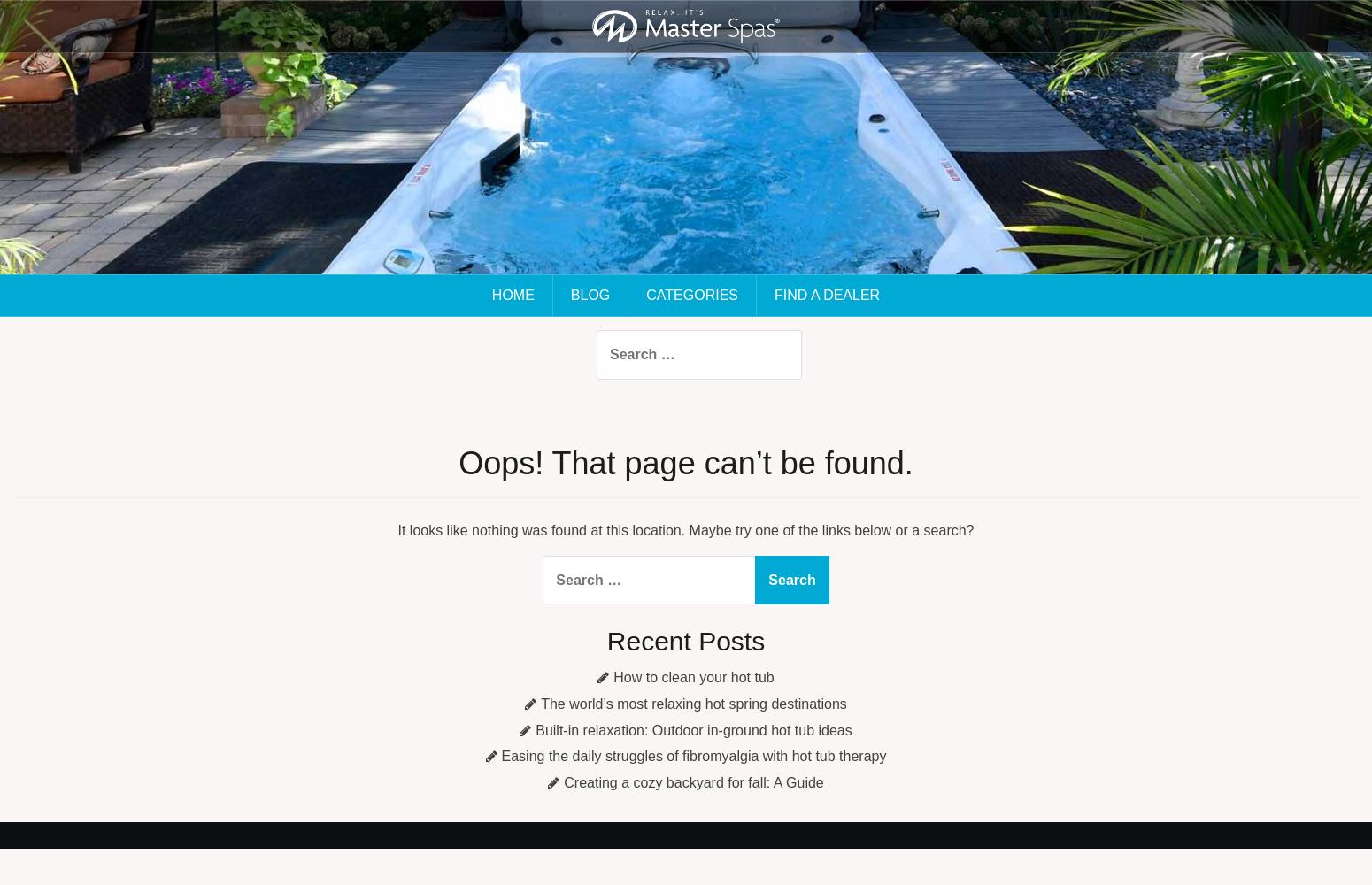  What do you see at coordinates (535, 728) in the screenshot?
I see `'Built-in relaxation: Outdoor in-ground hot tub ideas'` at bounding box center [535, 728].